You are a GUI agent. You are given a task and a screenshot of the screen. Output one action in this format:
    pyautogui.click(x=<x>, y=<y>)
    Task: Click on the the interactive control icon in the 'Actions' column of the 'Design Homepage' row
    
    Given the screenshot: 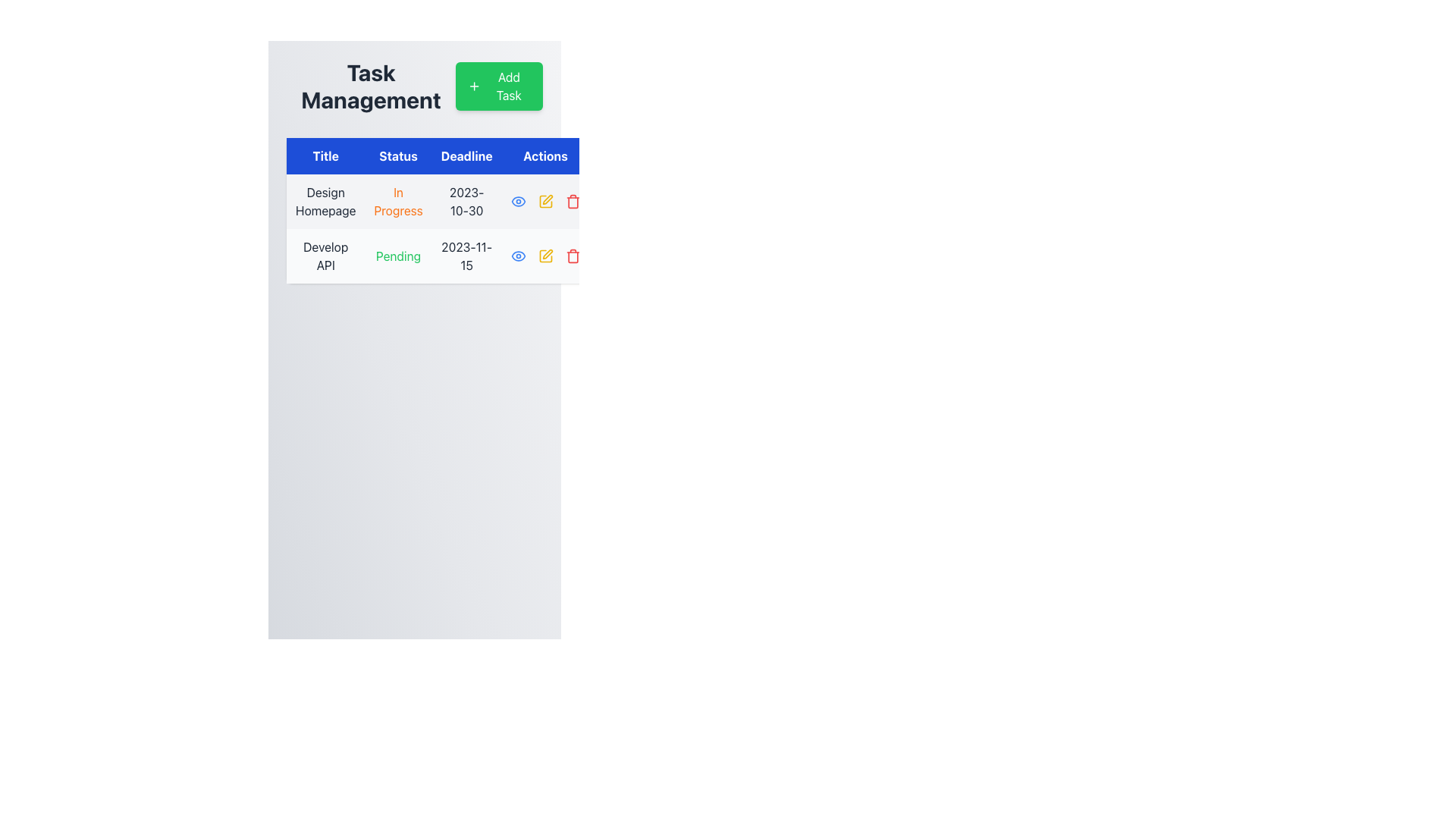 What is the action you would take?
    pyautogui.click(x=518, y=256)
    